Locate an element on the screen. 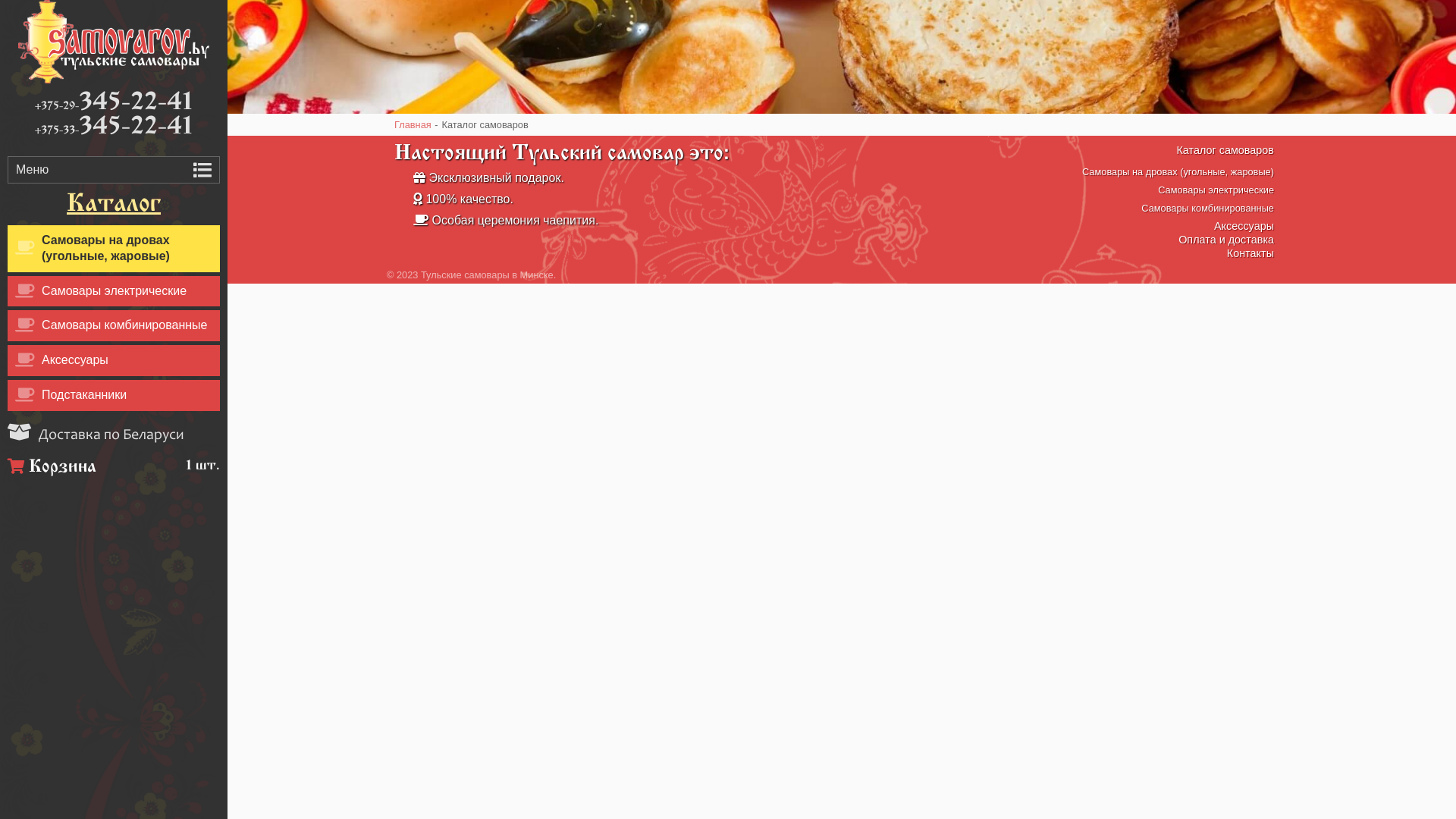  '+375-33-345-22-41' is located at coordinates (112, 127).